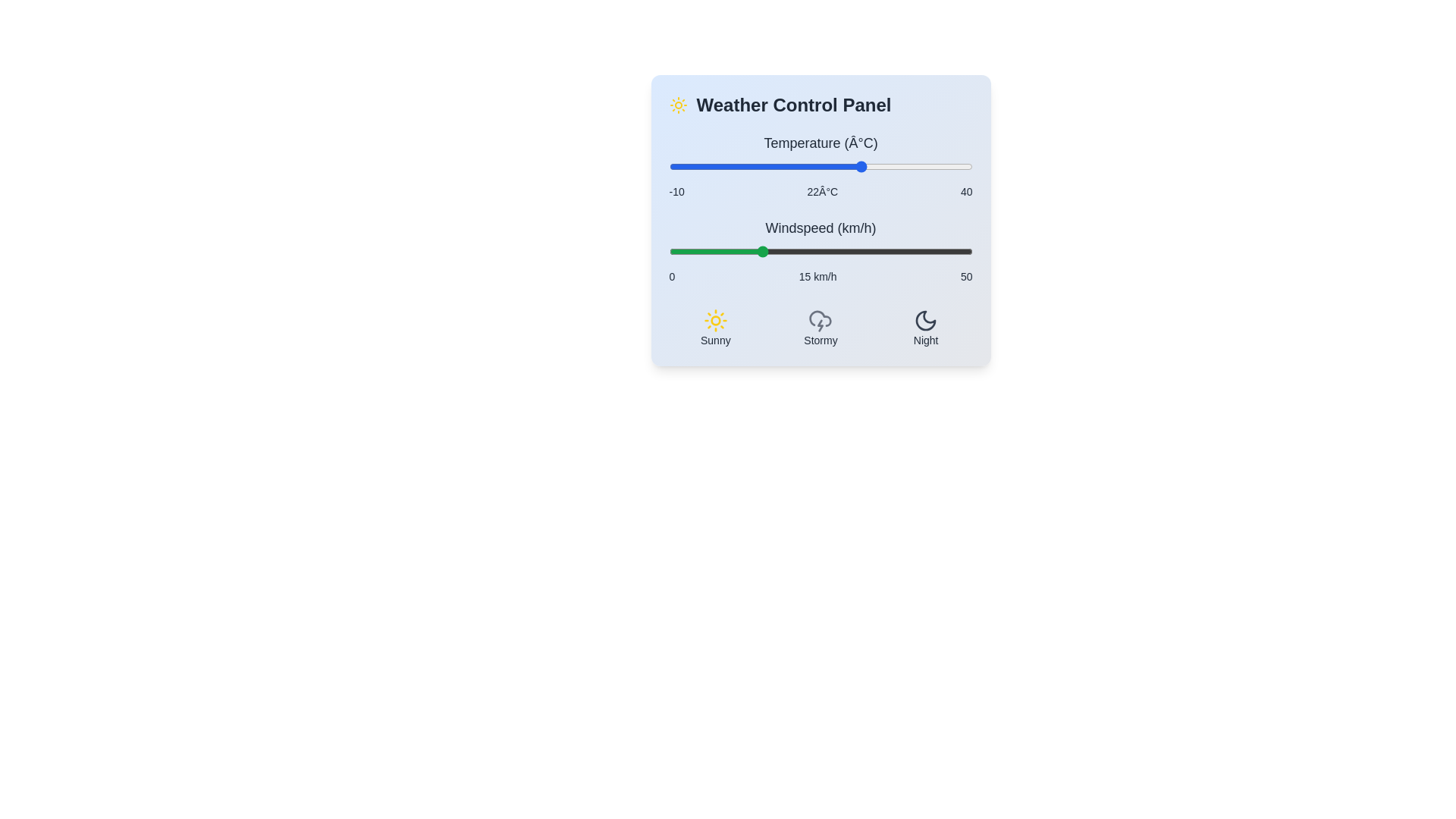  What do you see at coordinates (941, 250) in the screenshot?
I see `the wind speed` at bounding box center [941, 250].